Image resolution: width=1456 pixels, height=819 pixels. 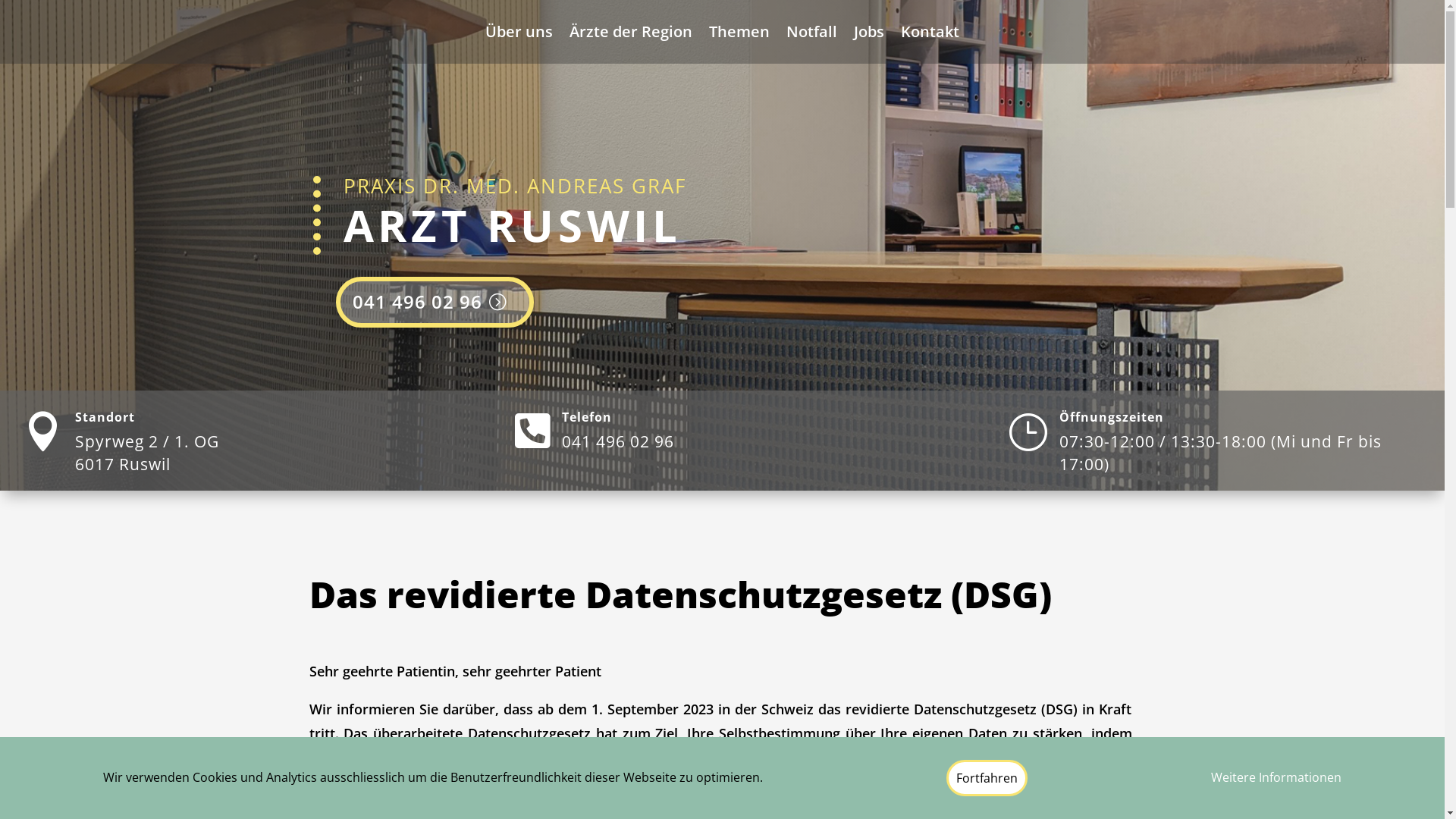 What do you see at coordinates (987, 778) in the screenshot?
I see `'Fortfahren'` at bounding box center [987, 778].